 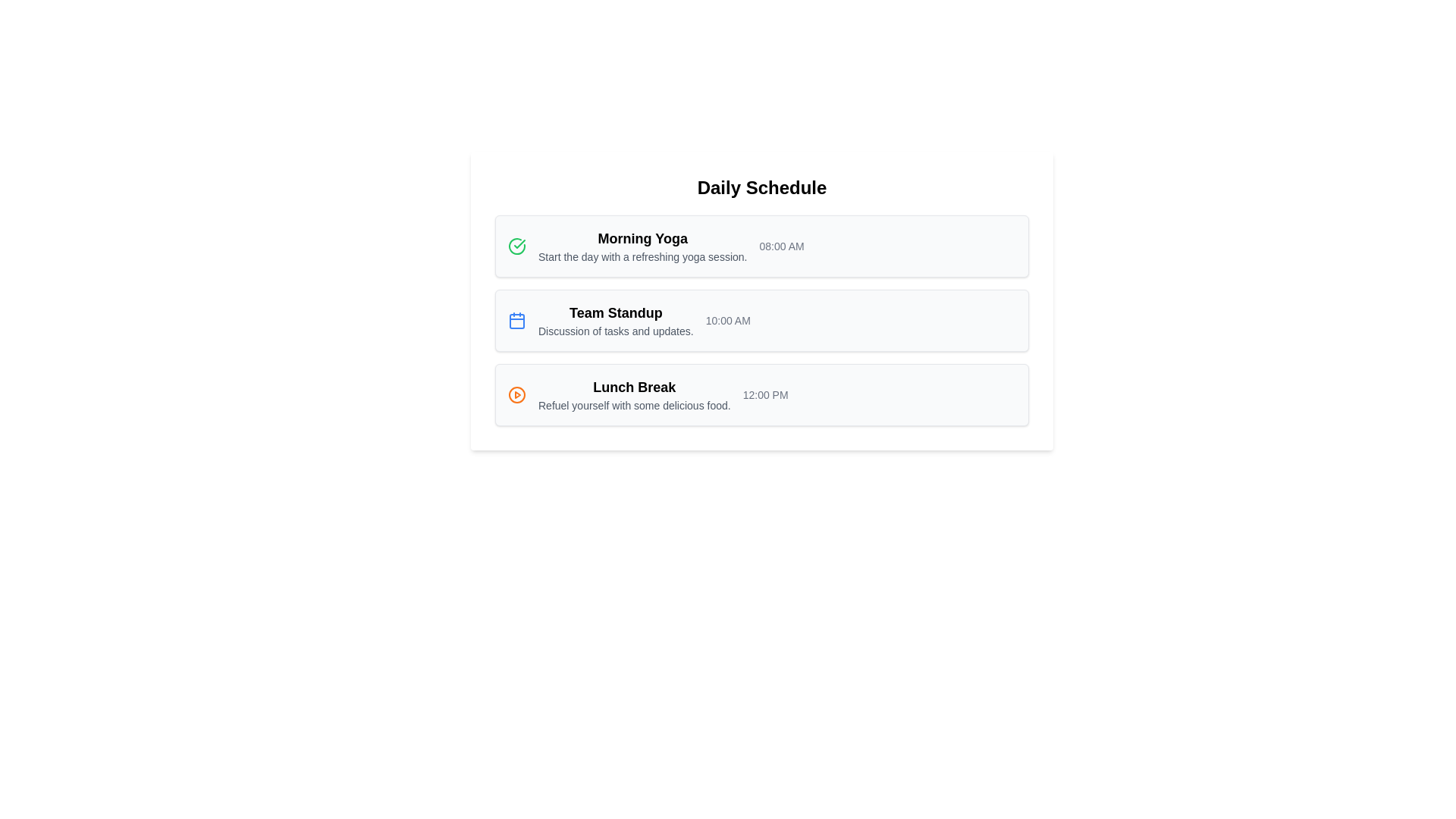 I want to click on the text element displaying 'Discussion of tasks and updates.' which is located below the 'Team Standup' title, so click(x=616, y=330).